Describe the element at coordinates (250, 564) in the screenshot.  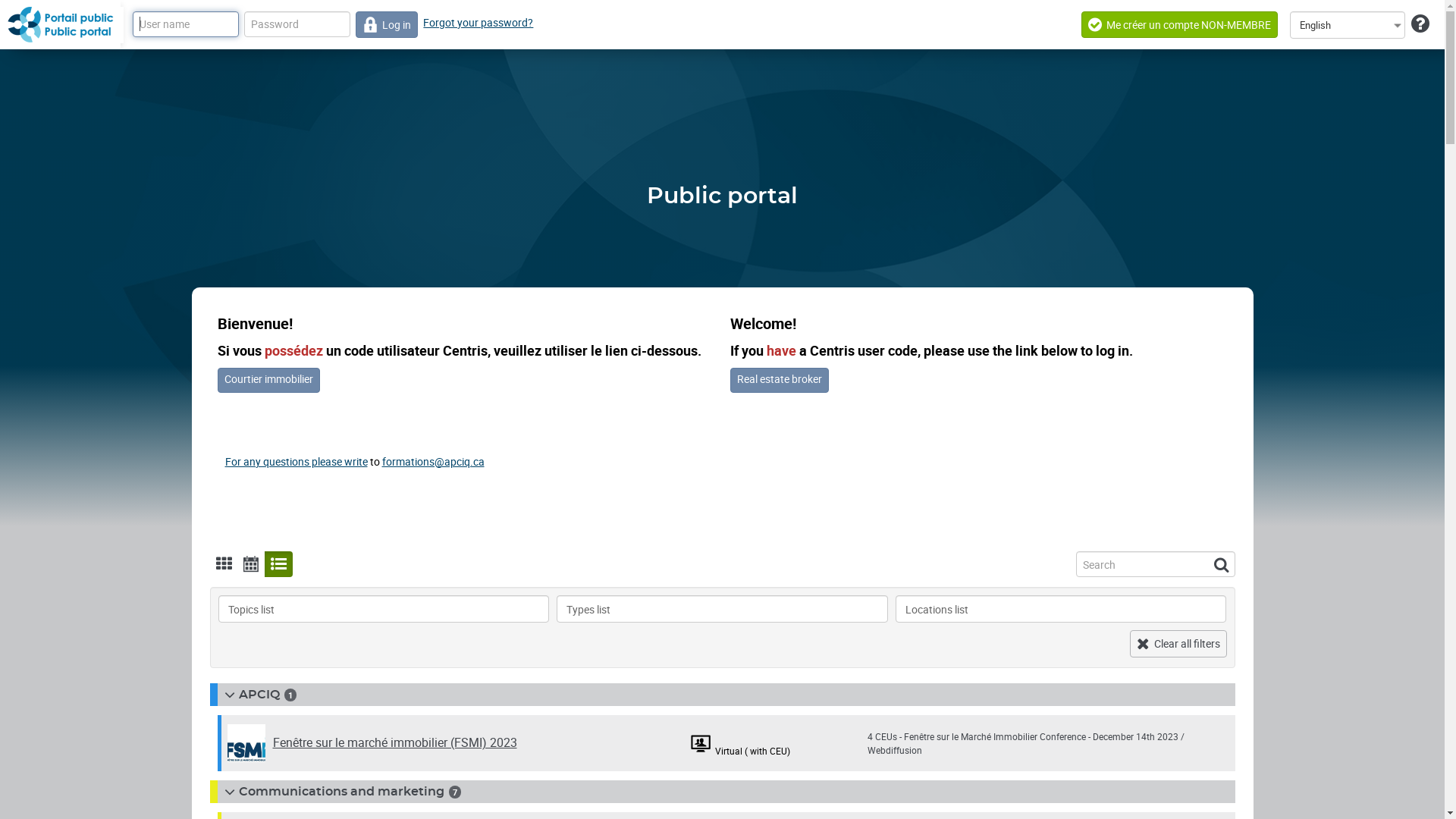
I see `'Display calendar'` at that location.